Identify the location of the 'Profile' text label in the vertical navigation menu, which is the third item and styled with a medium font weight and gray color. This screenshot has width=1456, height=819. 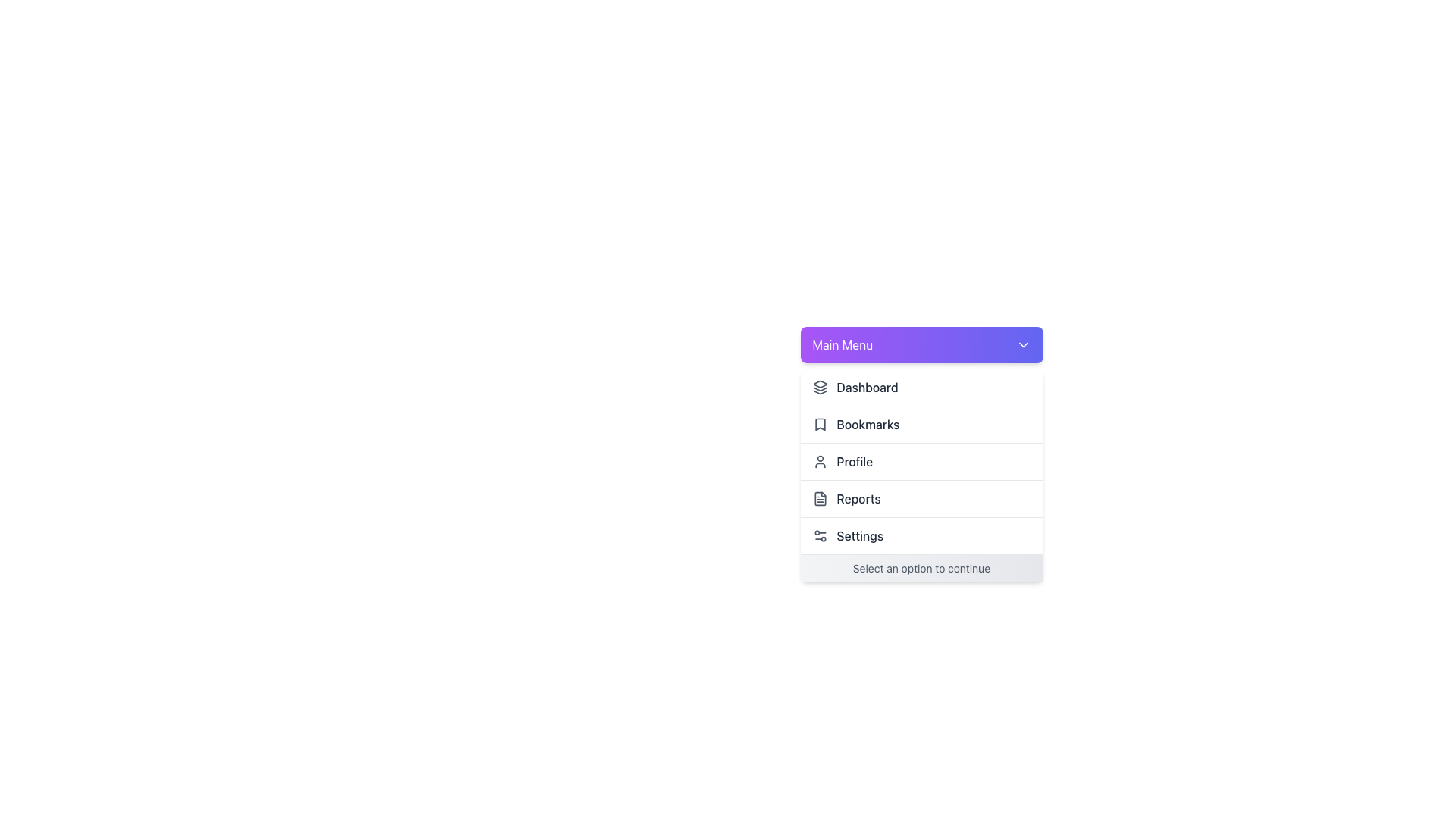
(855, 461).